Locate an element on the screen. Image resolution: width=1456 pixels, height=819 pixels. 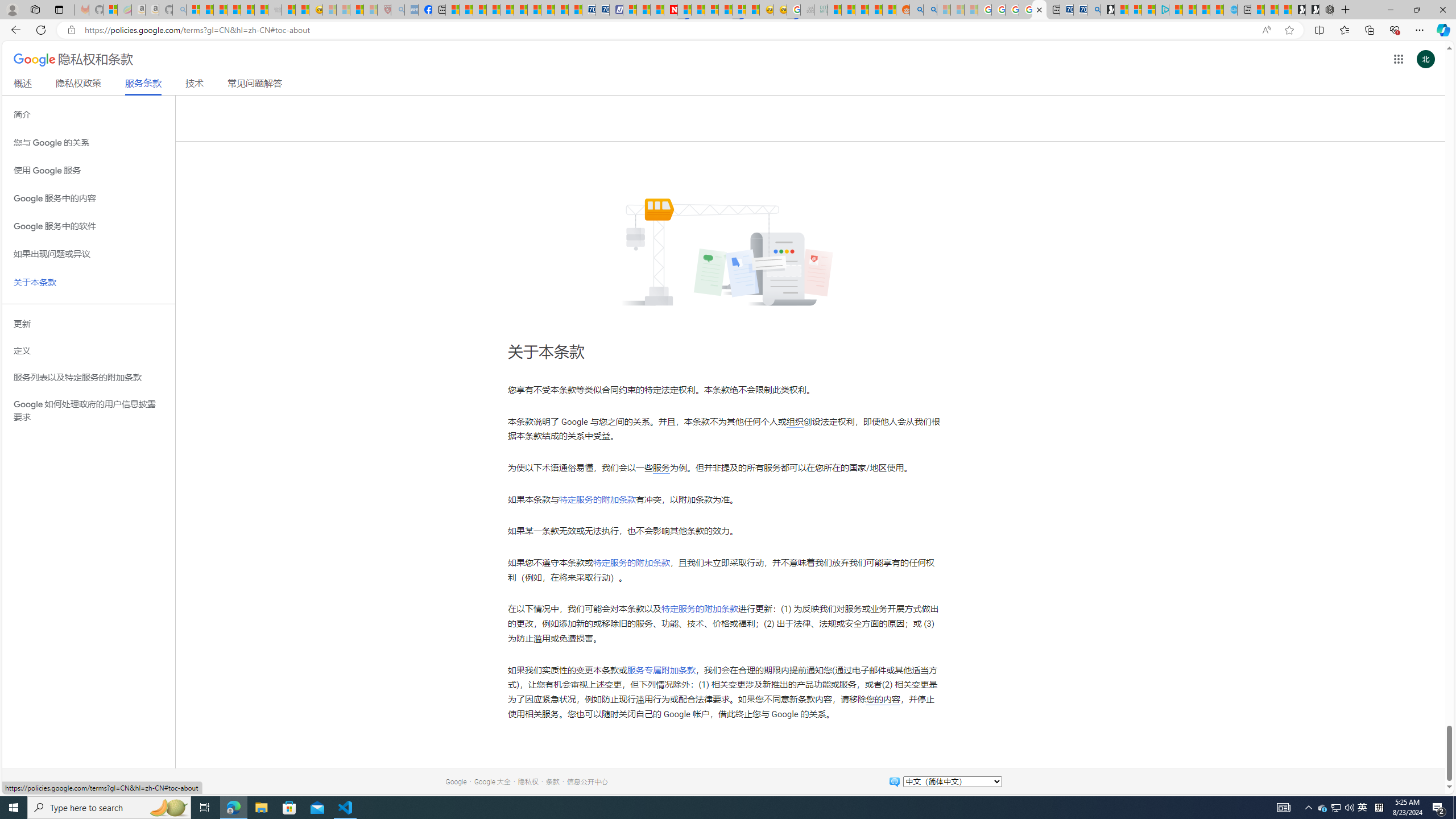
'Cheap Car Rentals - Save70.com' is located at coordinates (1080, 9).